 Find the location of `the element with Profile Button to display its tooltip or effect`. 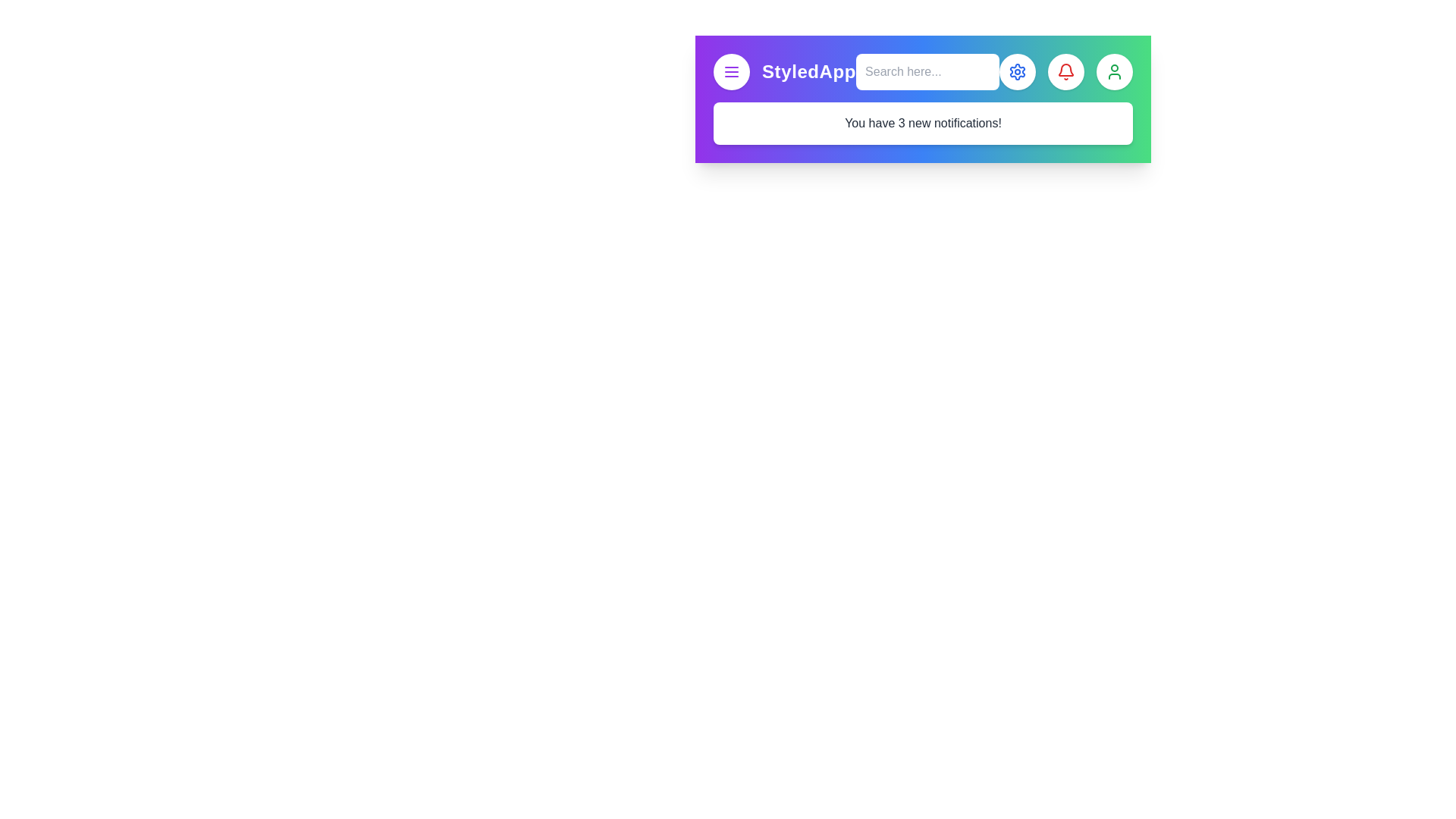

the element with Profile Button to display its tooltip or effect is located at coordinates (1114, 72).